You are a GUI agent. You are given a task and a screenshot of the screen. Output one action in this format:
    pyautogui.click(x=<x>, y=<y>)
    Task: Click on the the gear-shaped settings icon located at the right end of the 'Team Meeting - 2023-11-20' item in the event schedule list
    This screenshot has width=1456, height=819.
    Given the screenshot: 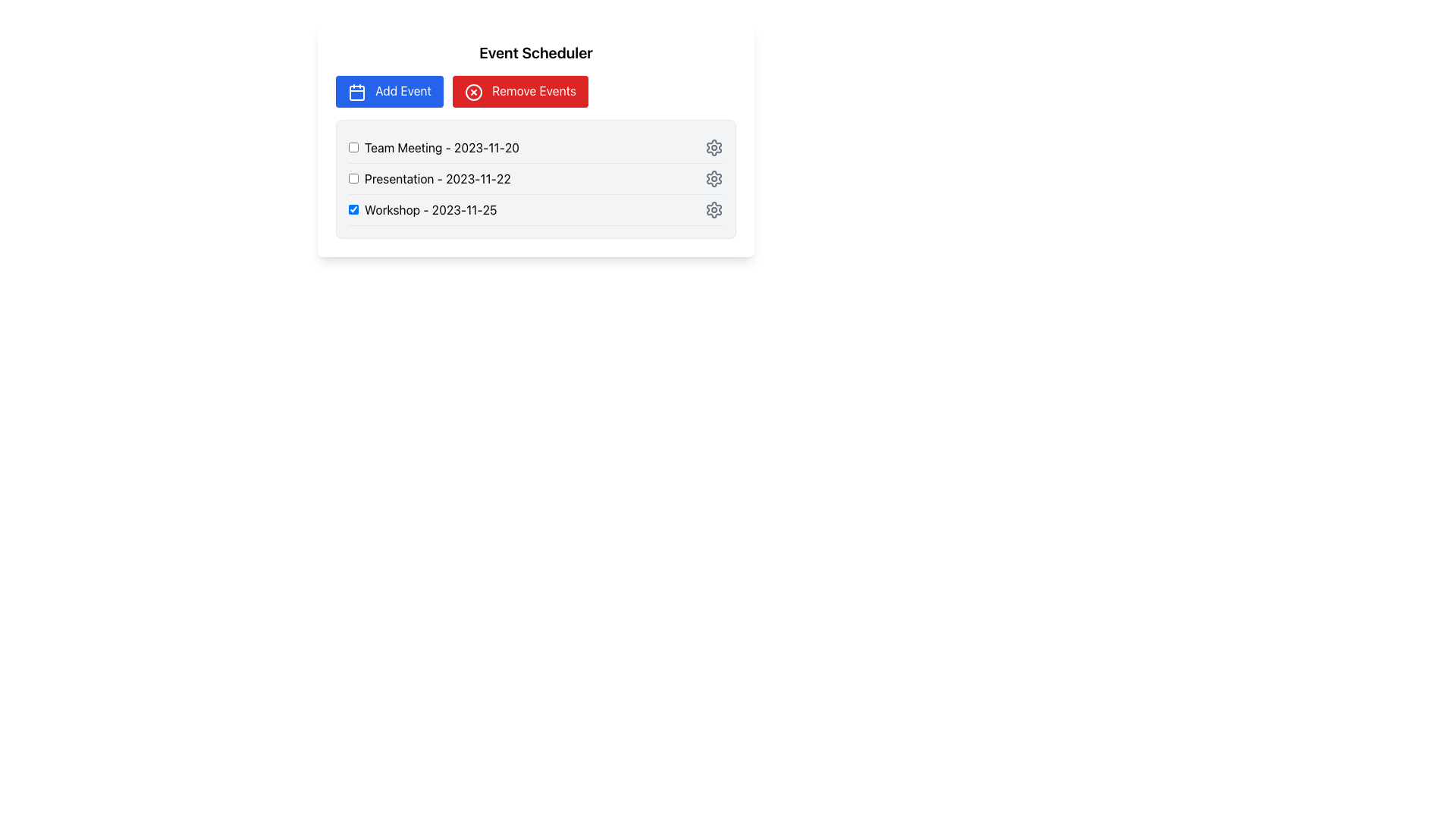 What is the action you would take?
    pyautogui.click(x=713, y=146)
    